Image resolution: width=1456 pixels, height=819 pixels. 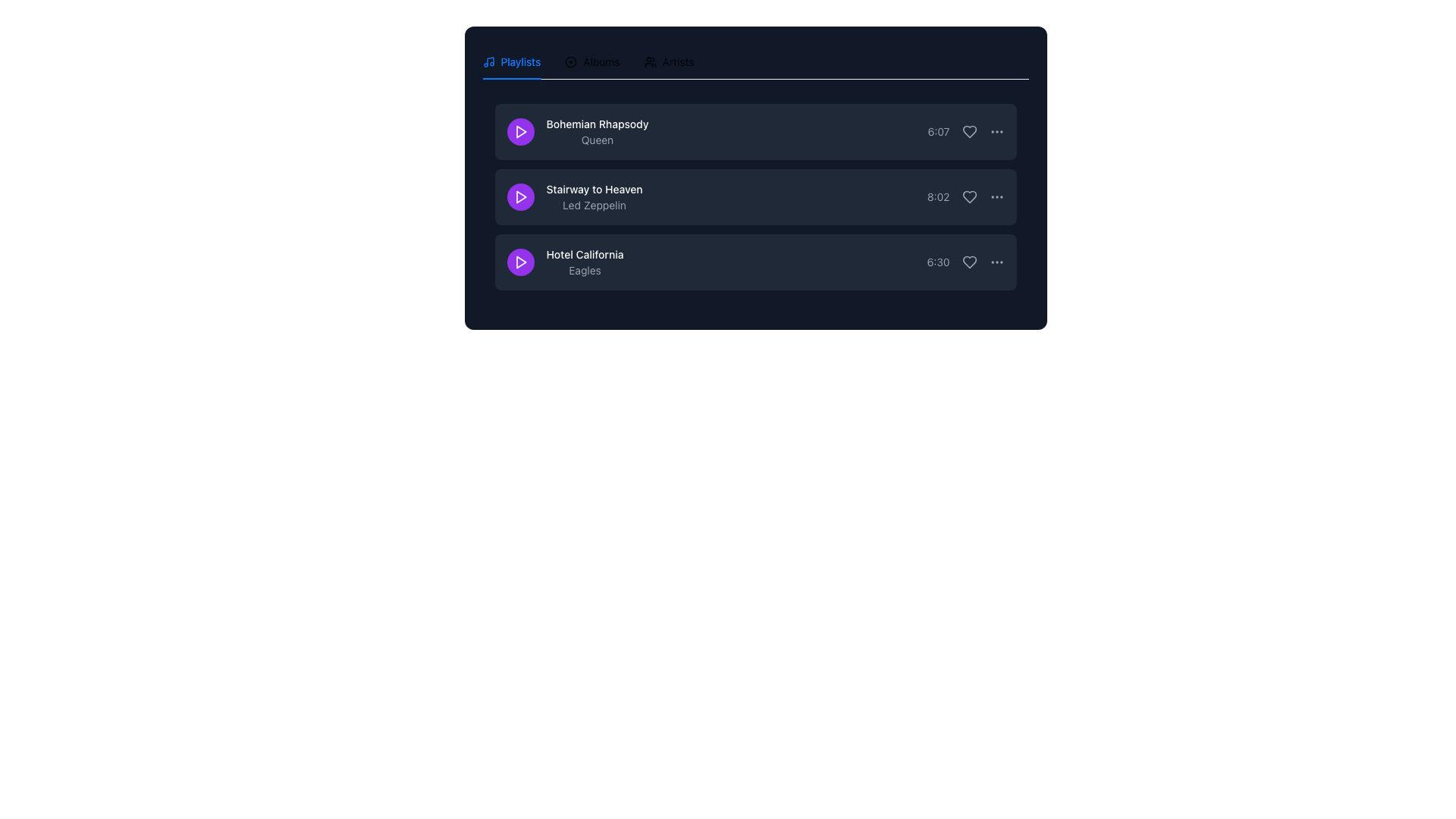 What do you see at coordinates (588, 61) in the screenshot?
I see `the 'Albums' tab in the navigation tab group to switch the displayed content to the Albums category` at bounding box center [588, 61].